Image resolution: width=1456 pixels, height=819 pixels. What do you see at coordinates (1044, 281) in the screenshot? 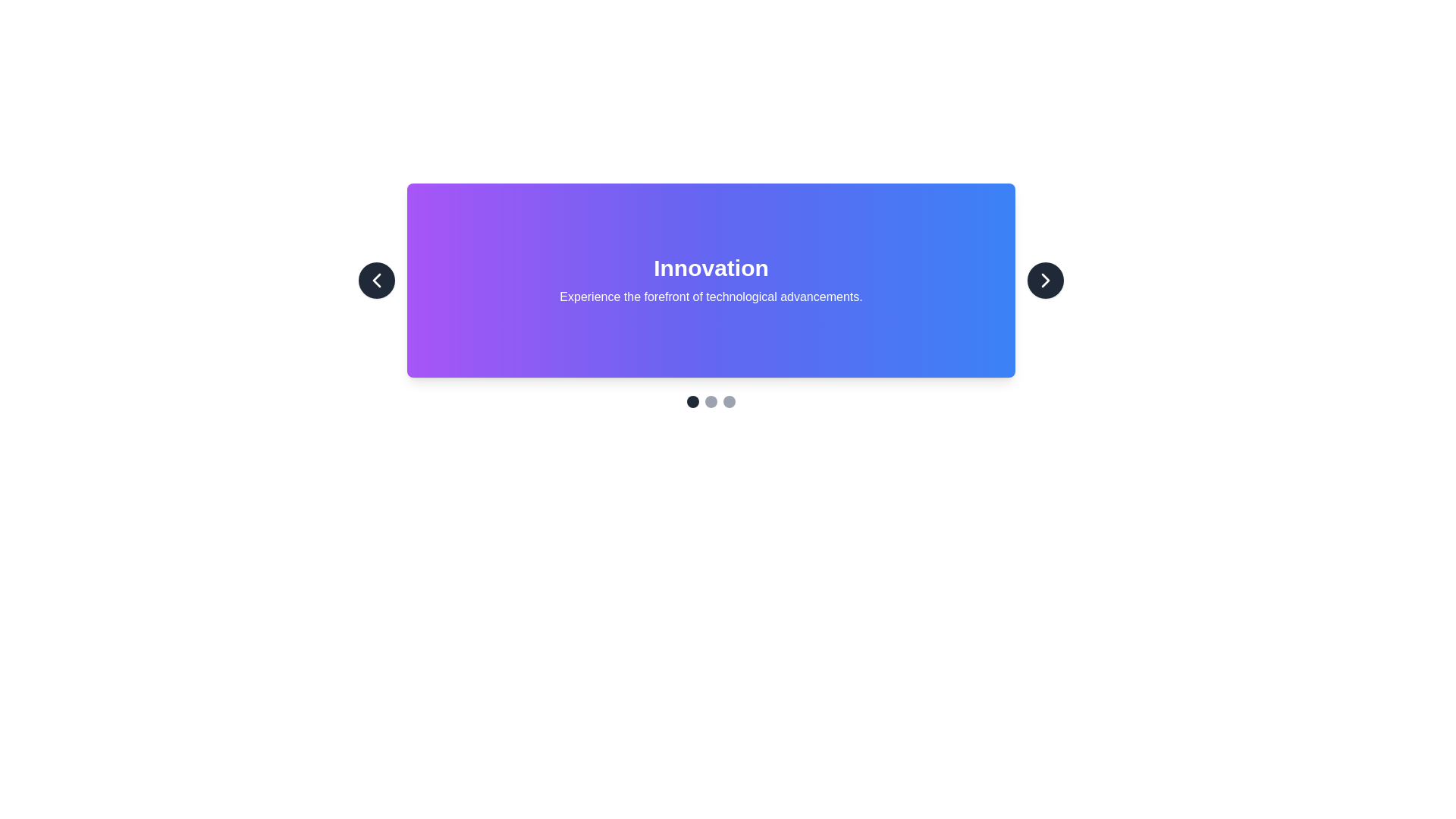
I see `the second button located on the right side of the content box labeled 'Innovation Experience the forefront of technological advancements'` at bounding box center [1044, 281].